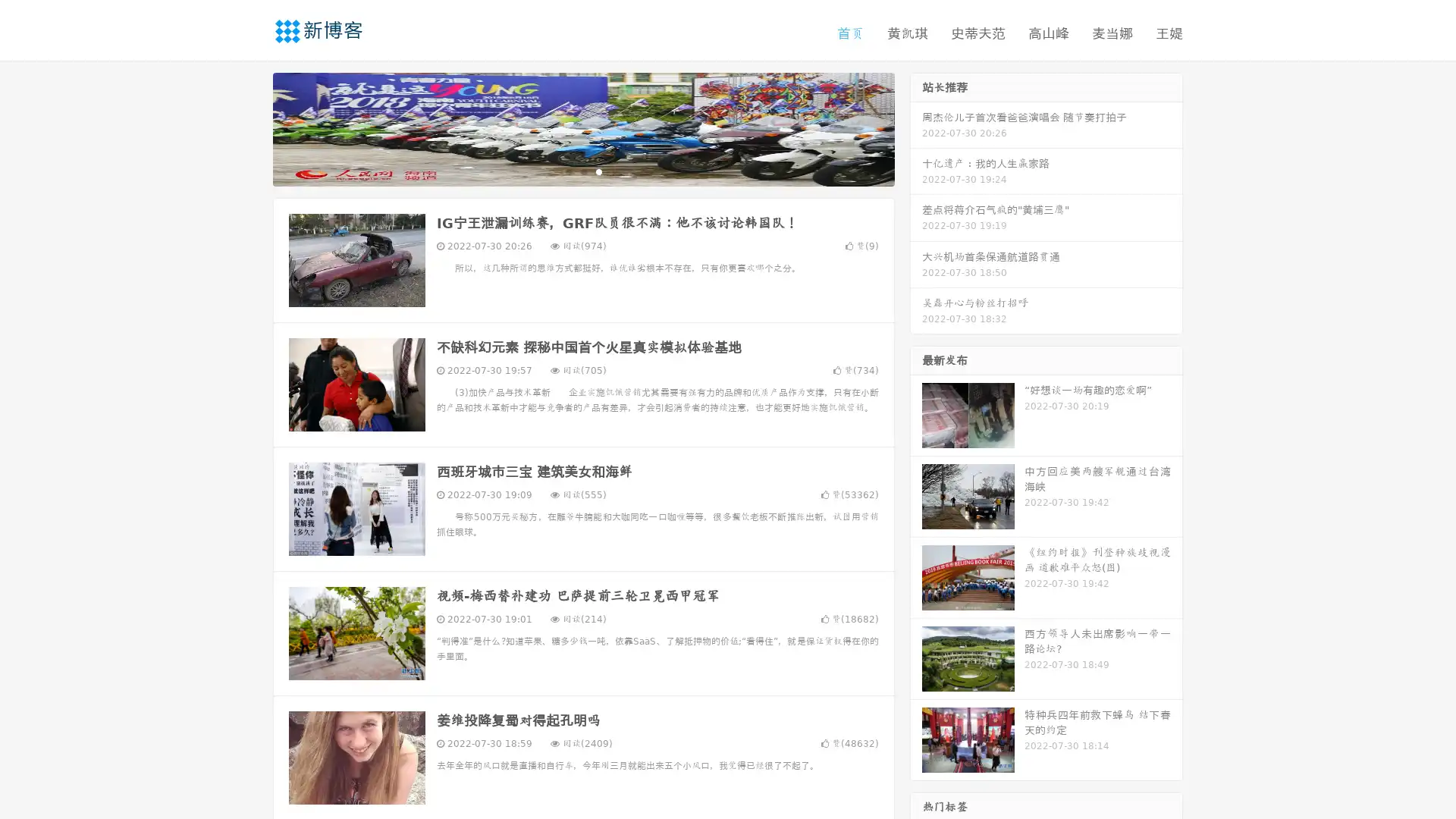 This screenshot has width=1456, height=819. I want to click on Go to slide 1, so click(567, 171).